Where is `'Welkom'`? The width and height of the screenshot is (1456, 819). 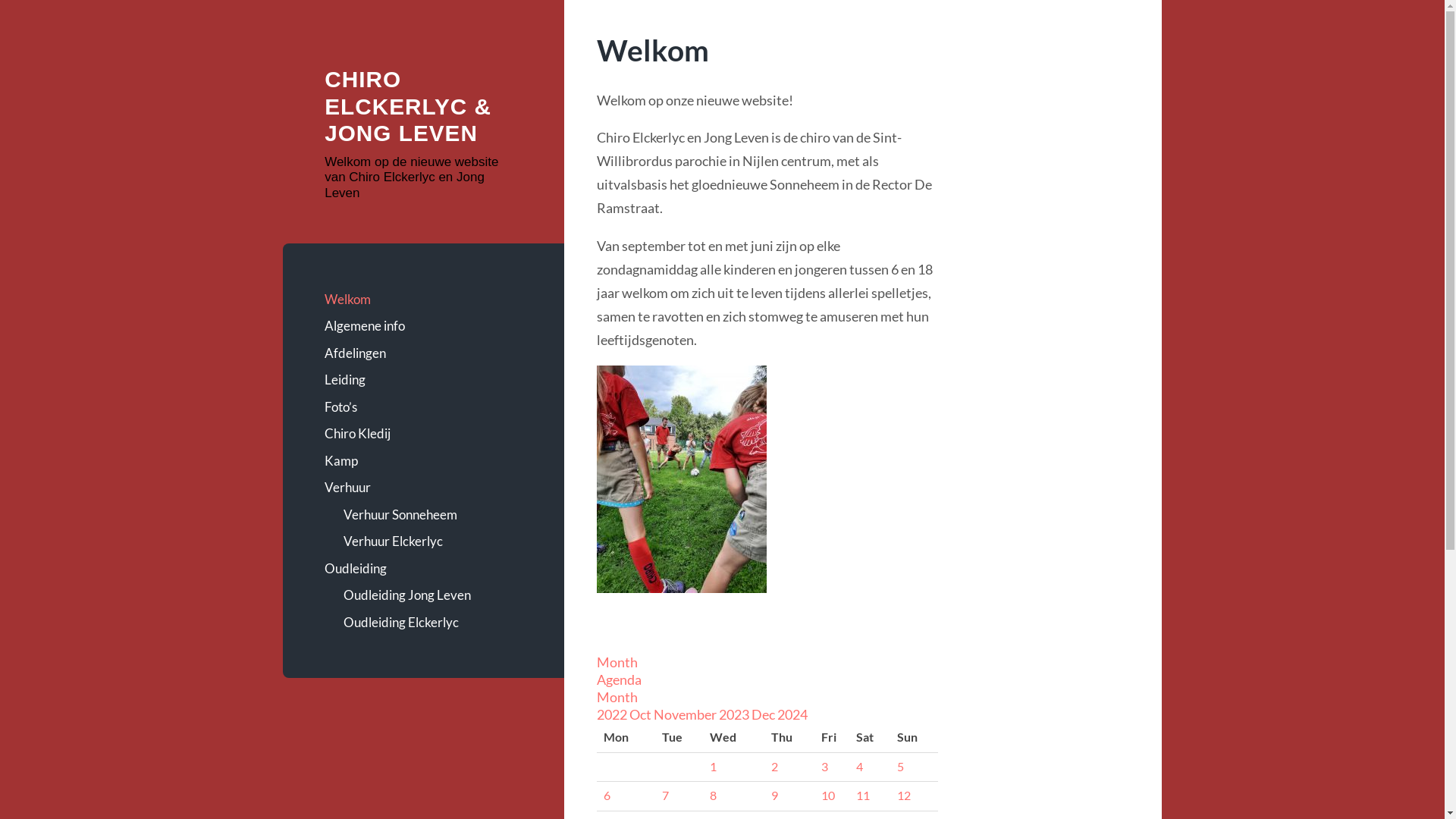
'Welkom' is located at coordinates (422, 299).